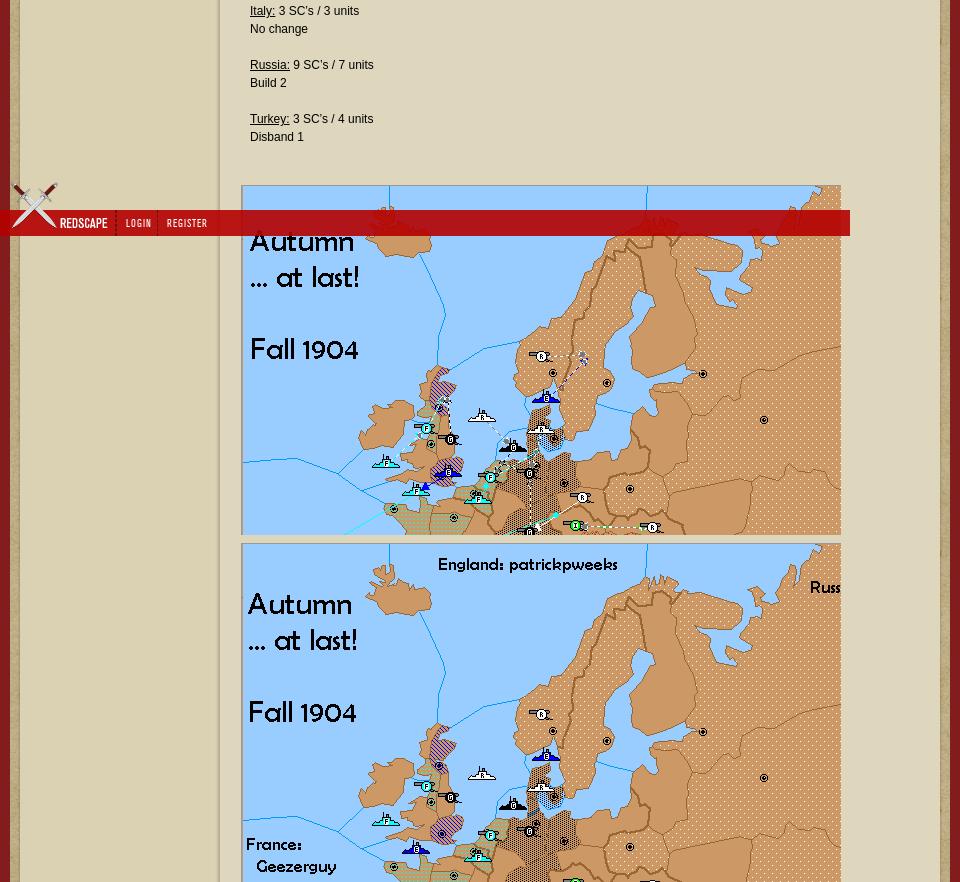 The width and height of the screenshot is (960, 882). Describe the element at coordinates (275, 136) in the screenshot. I see `'Disband 1'` at that location.